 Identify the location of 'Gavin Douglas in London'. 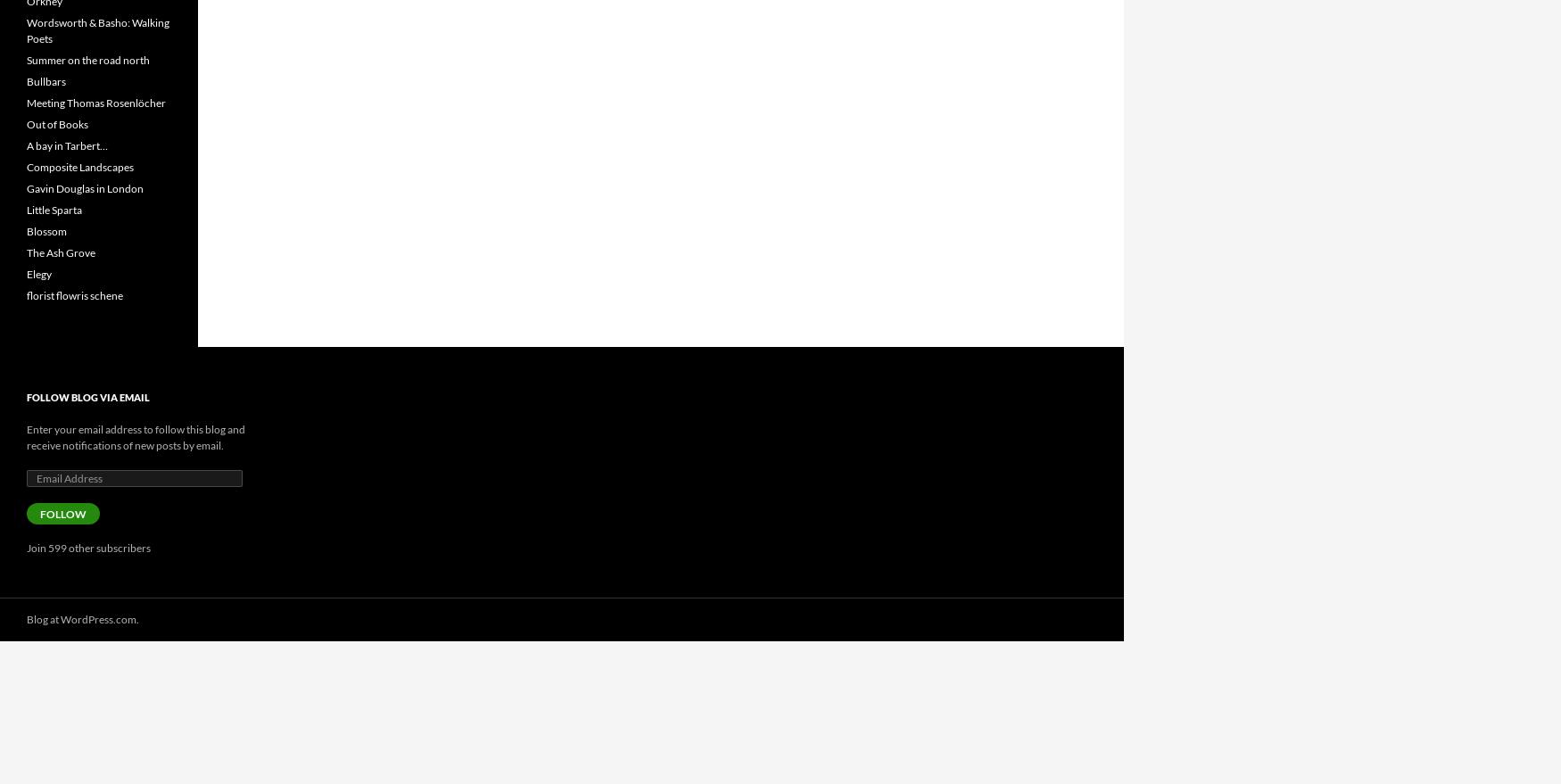
(85, 188).